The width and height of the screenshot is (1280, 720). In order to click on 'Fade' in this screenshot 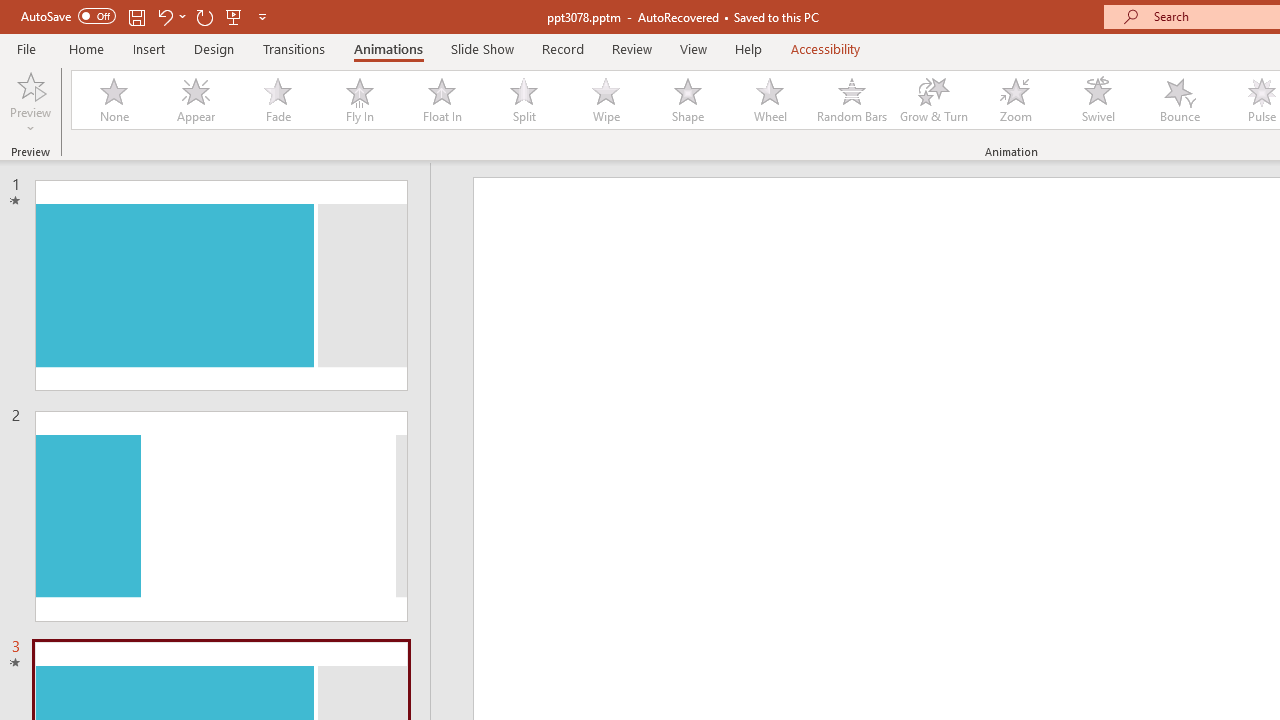, I will do `click(276, 100)`.